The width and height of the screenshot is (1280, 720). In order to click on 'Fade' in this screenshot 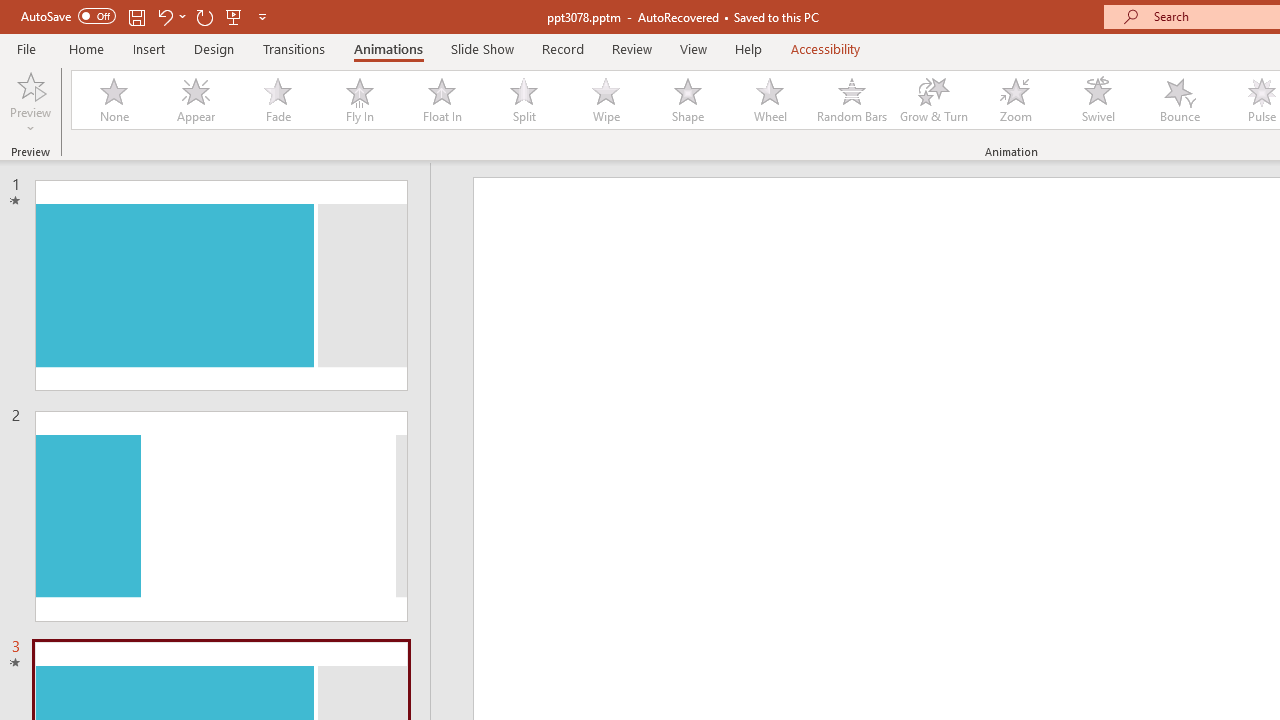, I will do `click(276, 100)`.